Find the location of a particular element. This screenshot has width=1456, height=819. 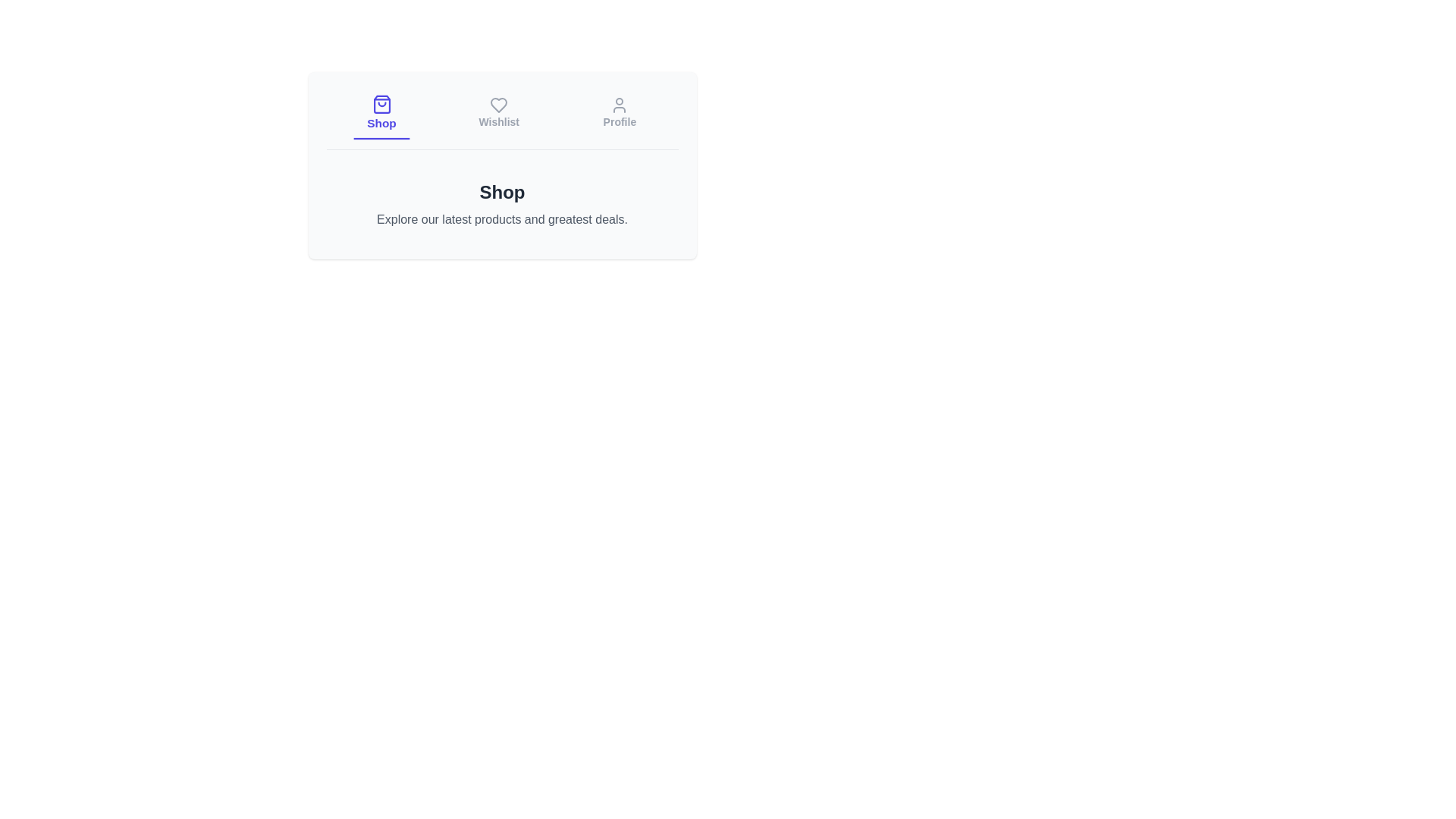

the Shop tab is located at coordinates (381, 113).